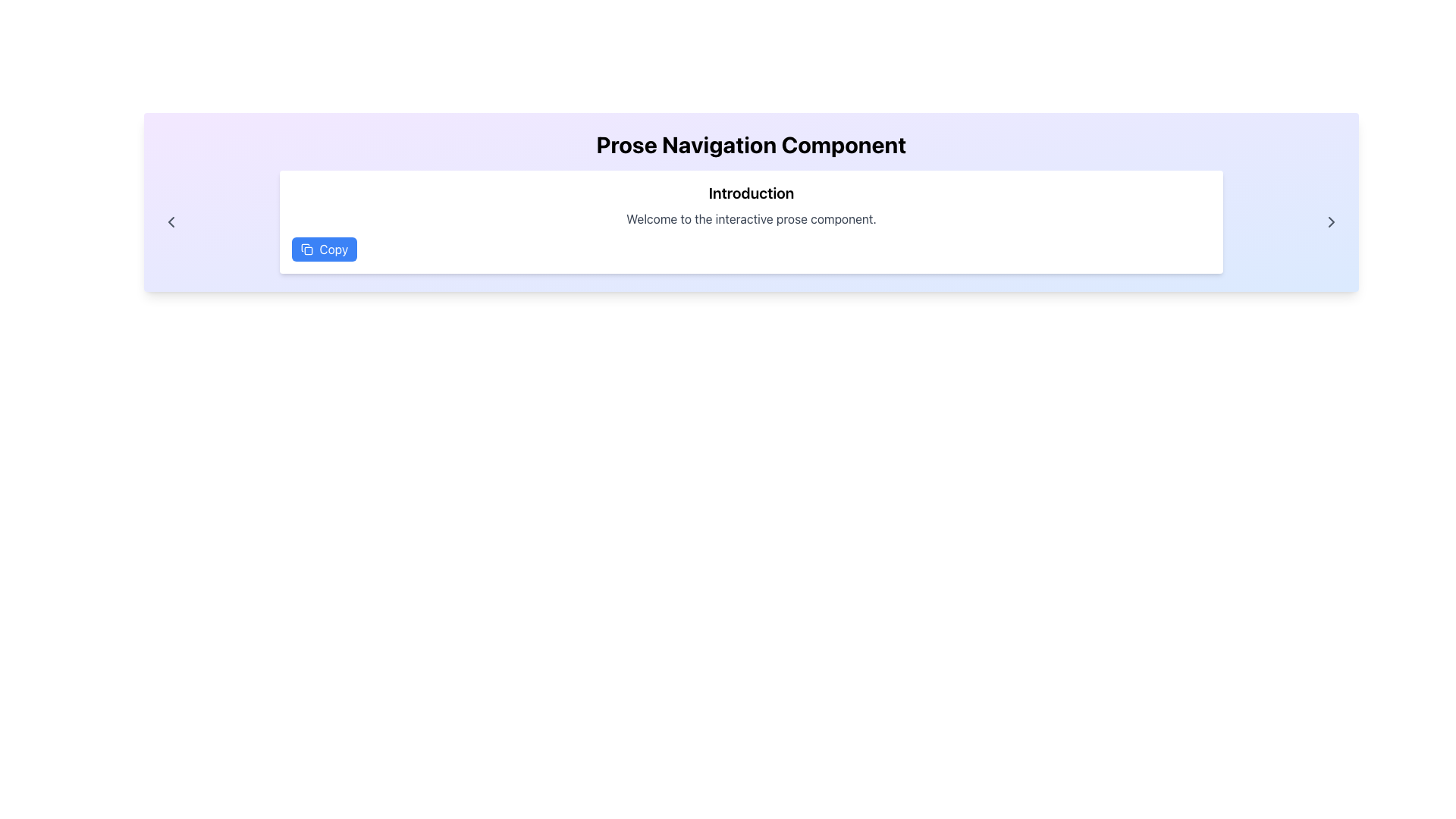 The width and height of the screenshot is (1456, 819). I want to click on the left-pointing chevron-shaped button styled in gray located at the far left side of the header section by, so click(171, 222).